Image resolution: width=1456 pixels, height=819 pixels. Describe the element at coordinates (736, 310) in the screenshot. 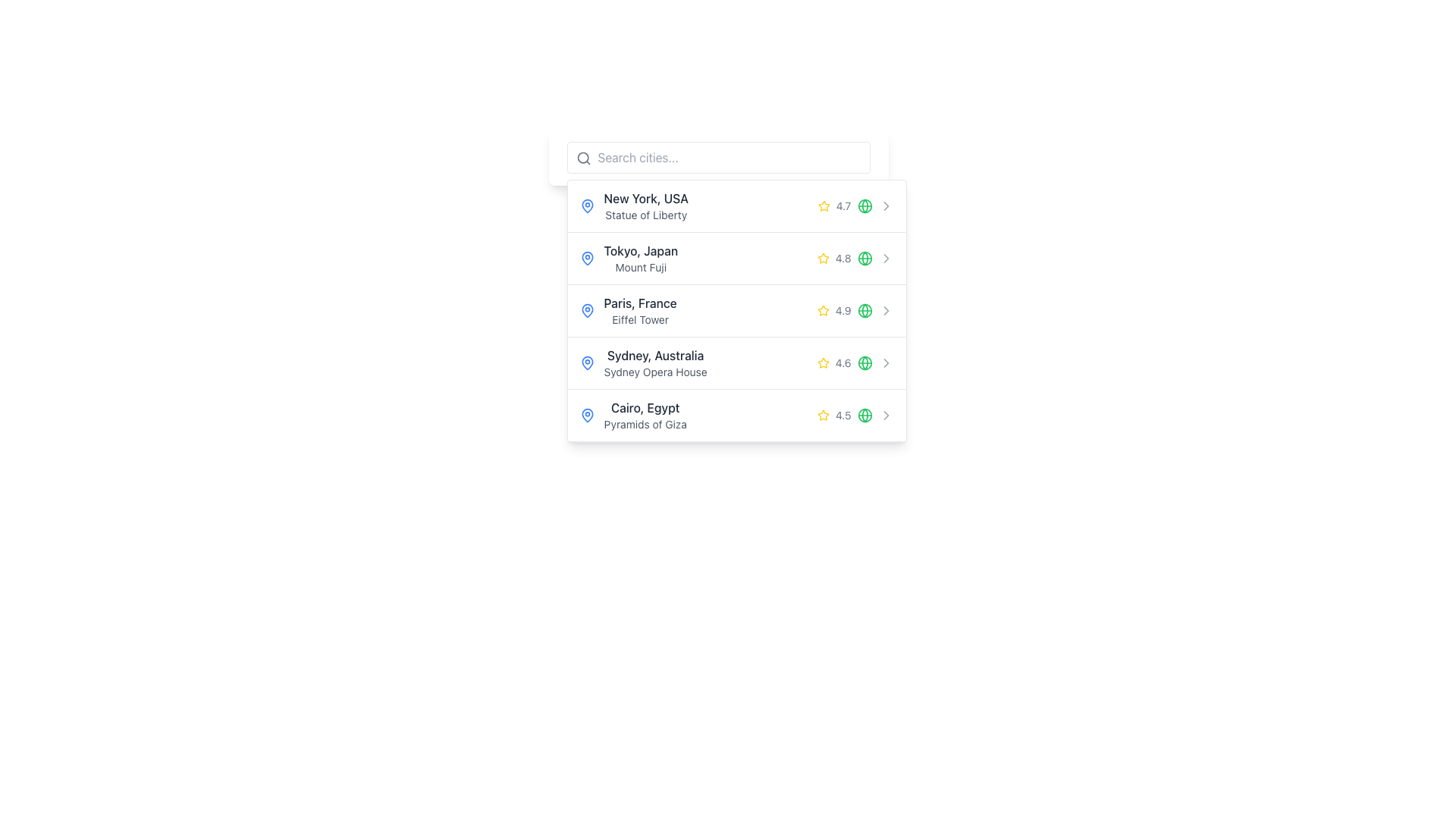

I see `the list item labeled 'Paris, France' with subtext 'Eiffel Tower' and a rating of 4.9` at that location.